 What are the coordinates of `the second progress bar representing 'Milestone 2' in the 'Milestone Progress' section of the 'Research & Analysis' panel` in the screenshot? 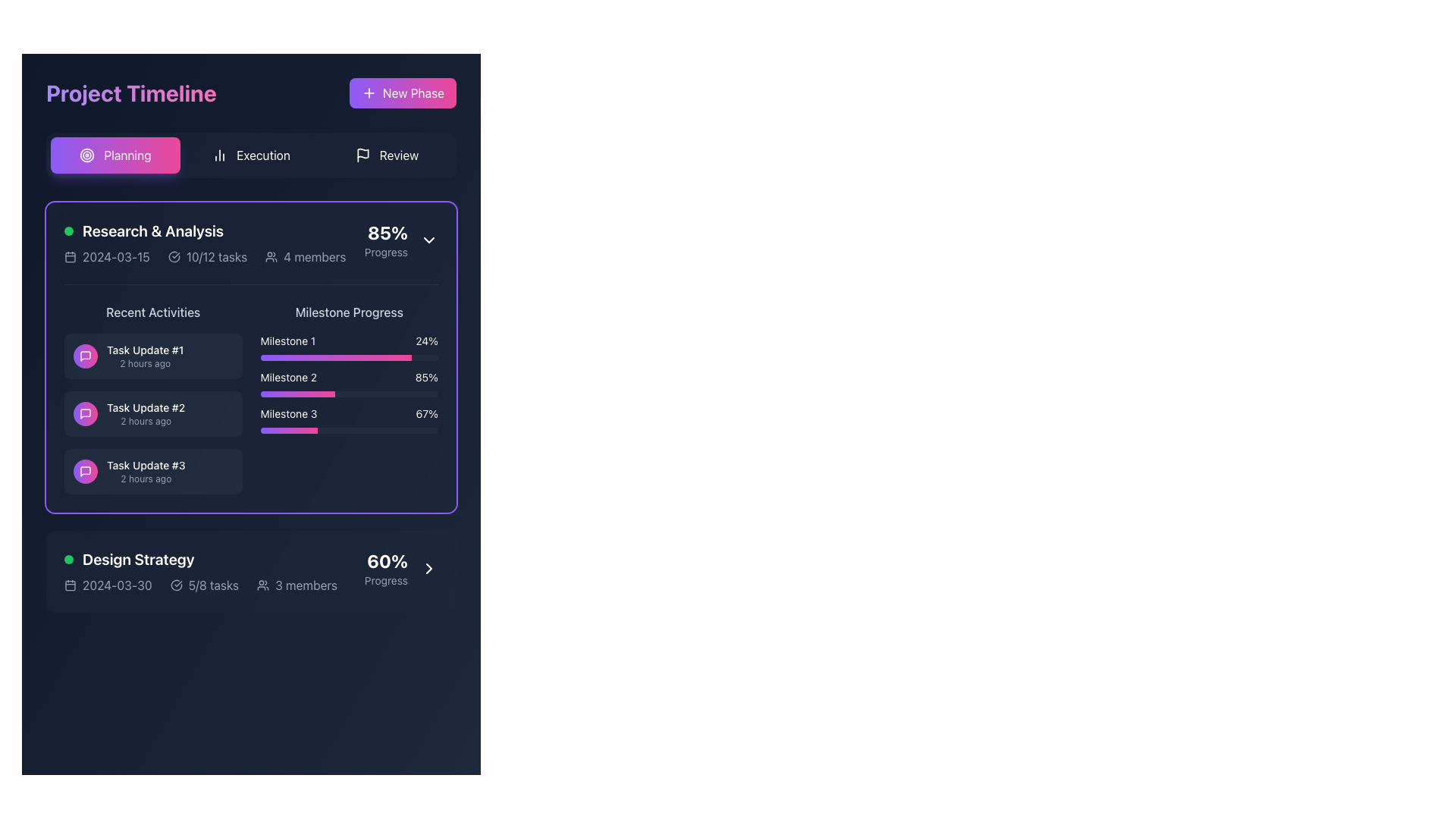 It's located at (348, 357).